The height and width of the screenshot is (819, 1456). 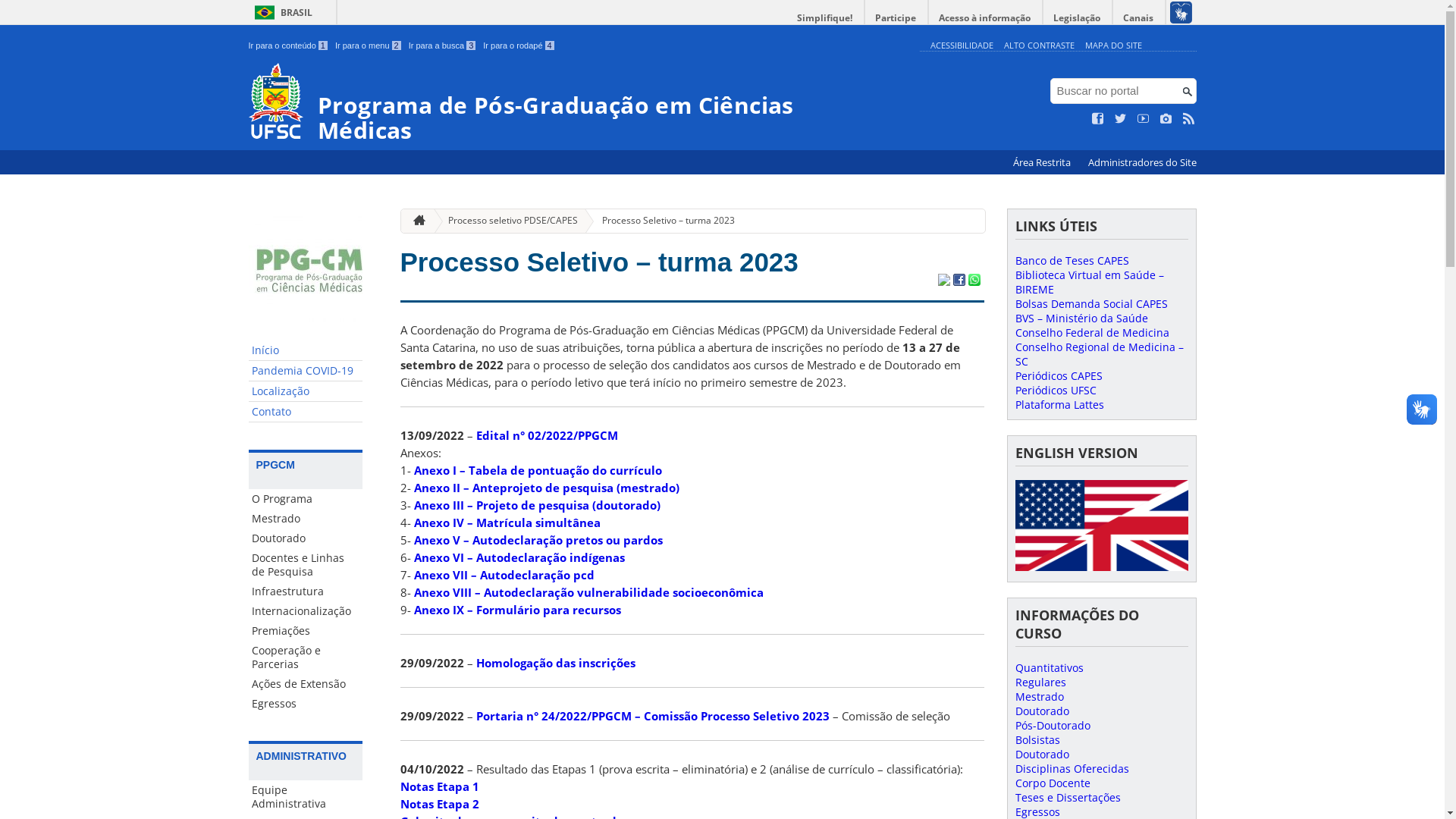 I want to click on 'Regulares', so click(x=1039, y=681).